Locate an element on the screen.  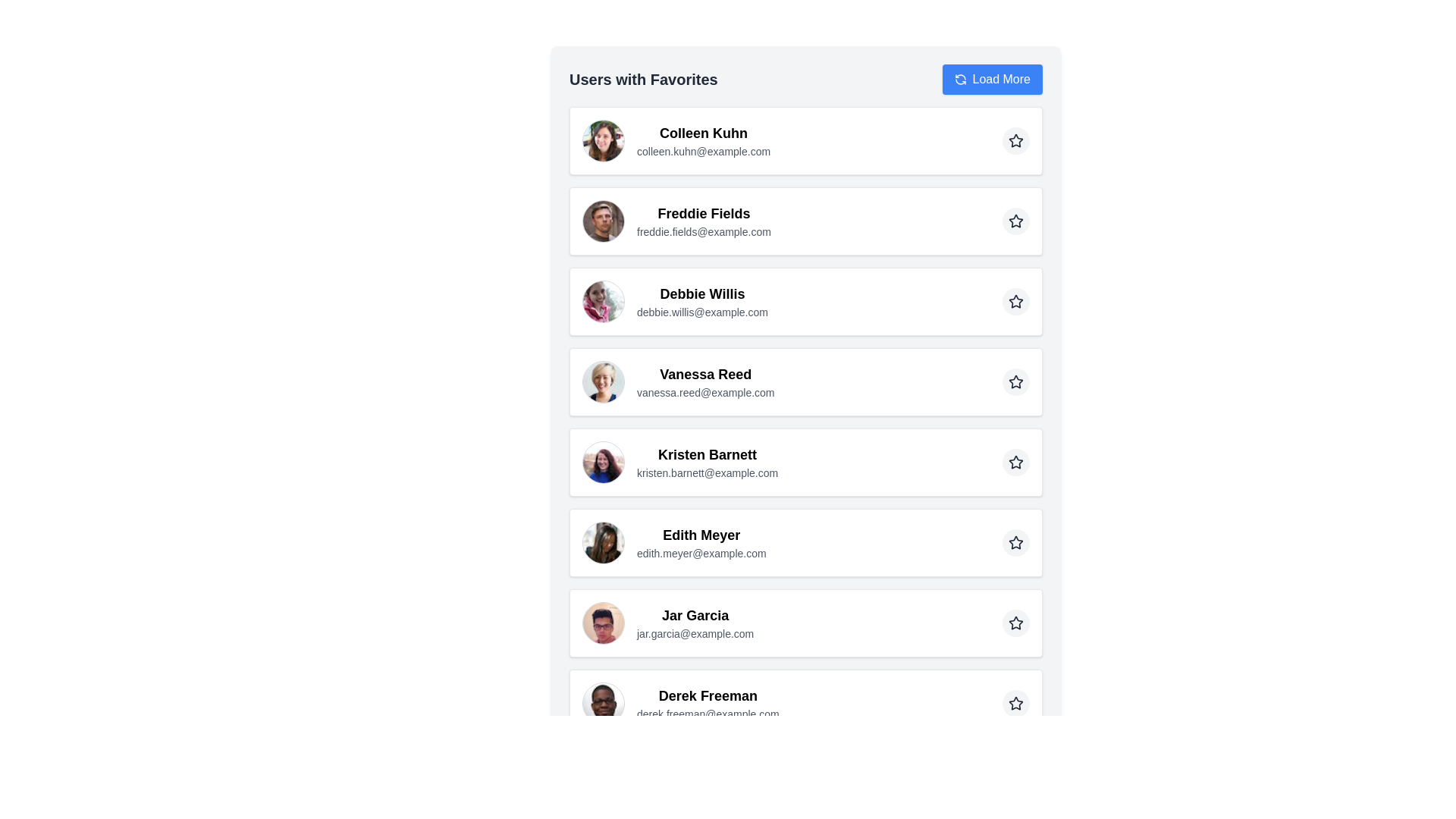
the text label displaying an email address, which is styled in a small gray font and located below the name 'Debbie Willis' in the 'Users with Favorites' section is located at coordinates (701, 312).